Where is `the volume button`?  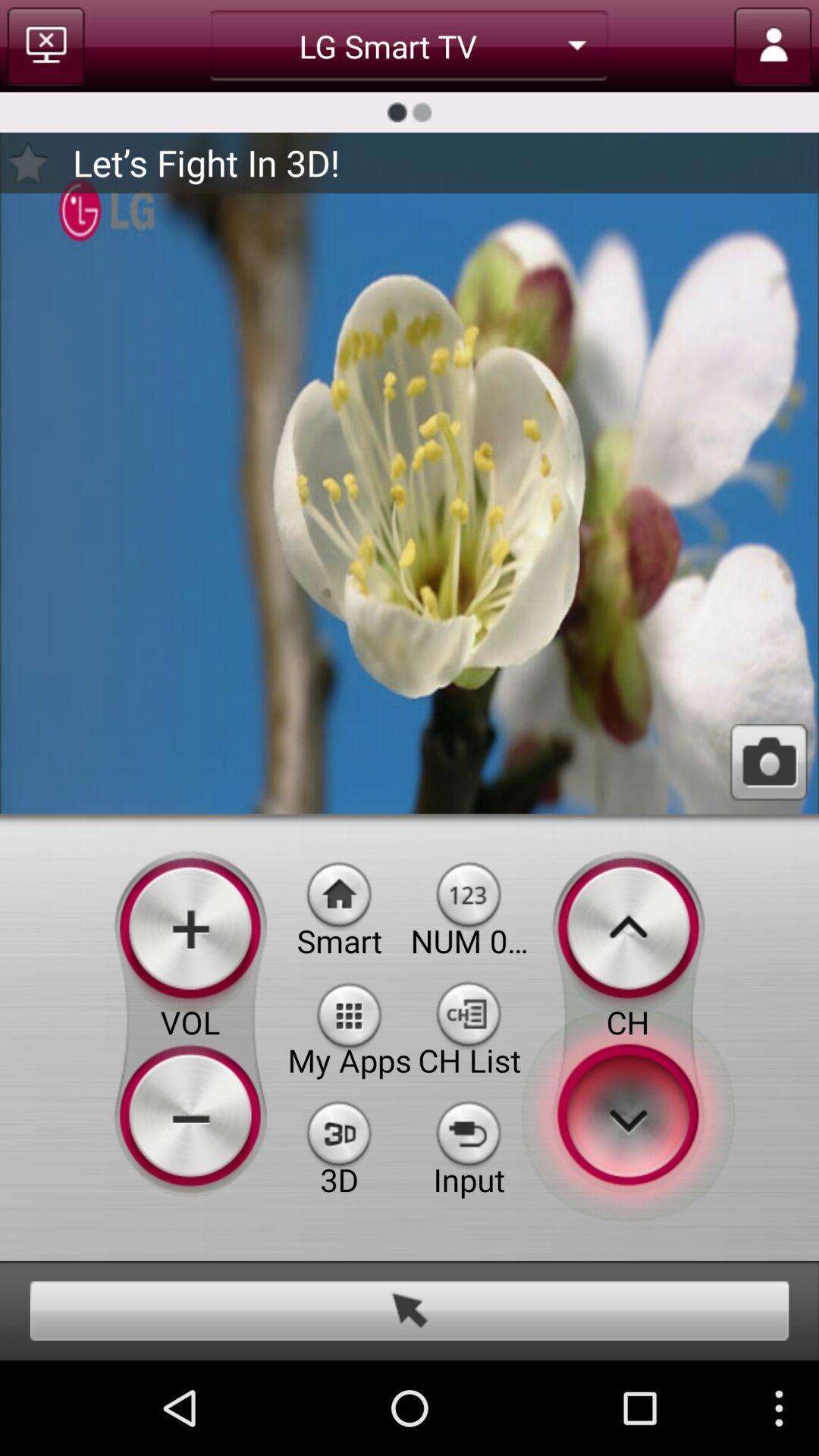 the volume button is located at coordinates (189, 1022).